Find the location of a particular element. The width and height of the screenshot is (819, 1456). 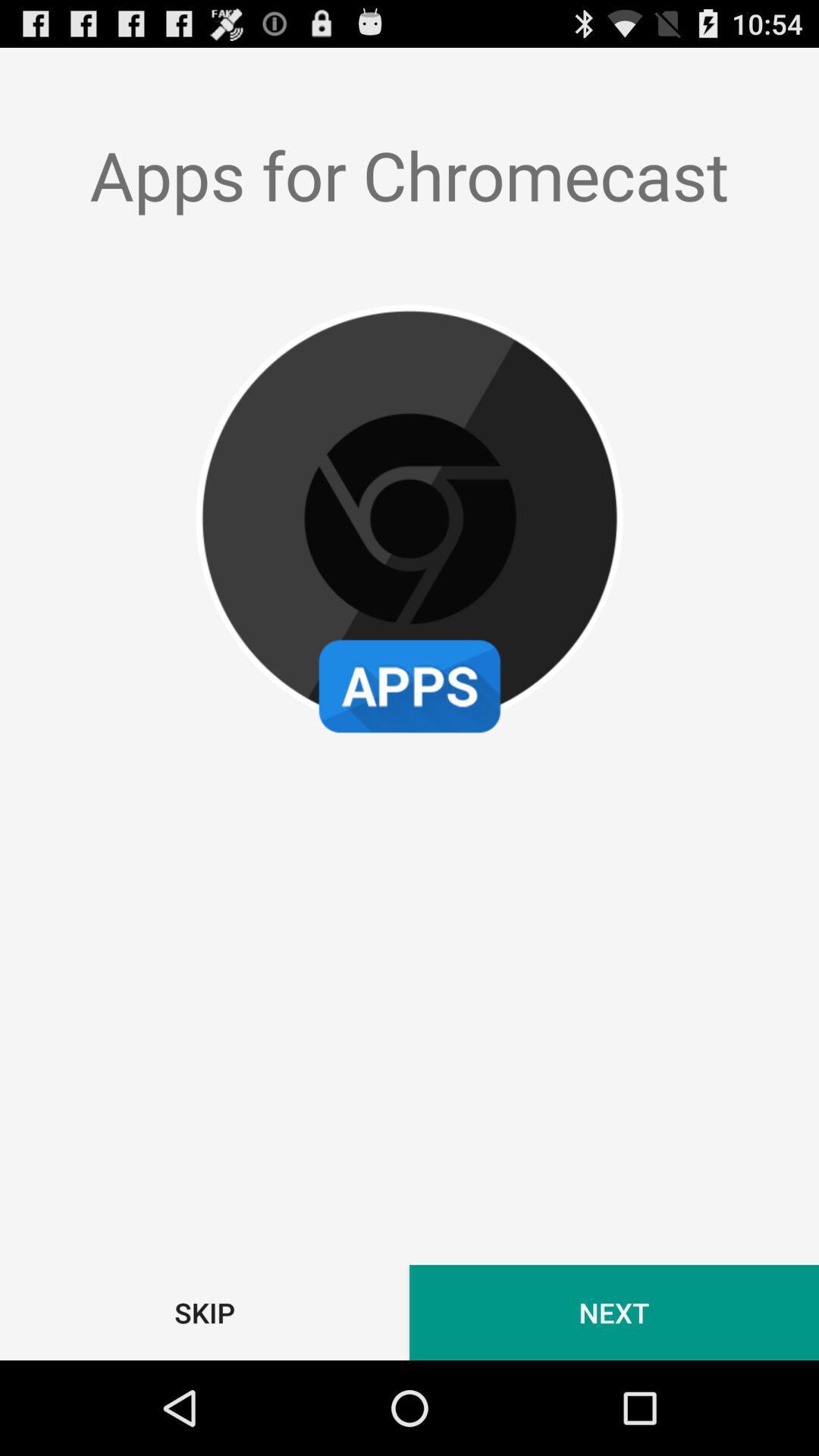

icon at the bottom left corner is located at coordinates (205, 1312).